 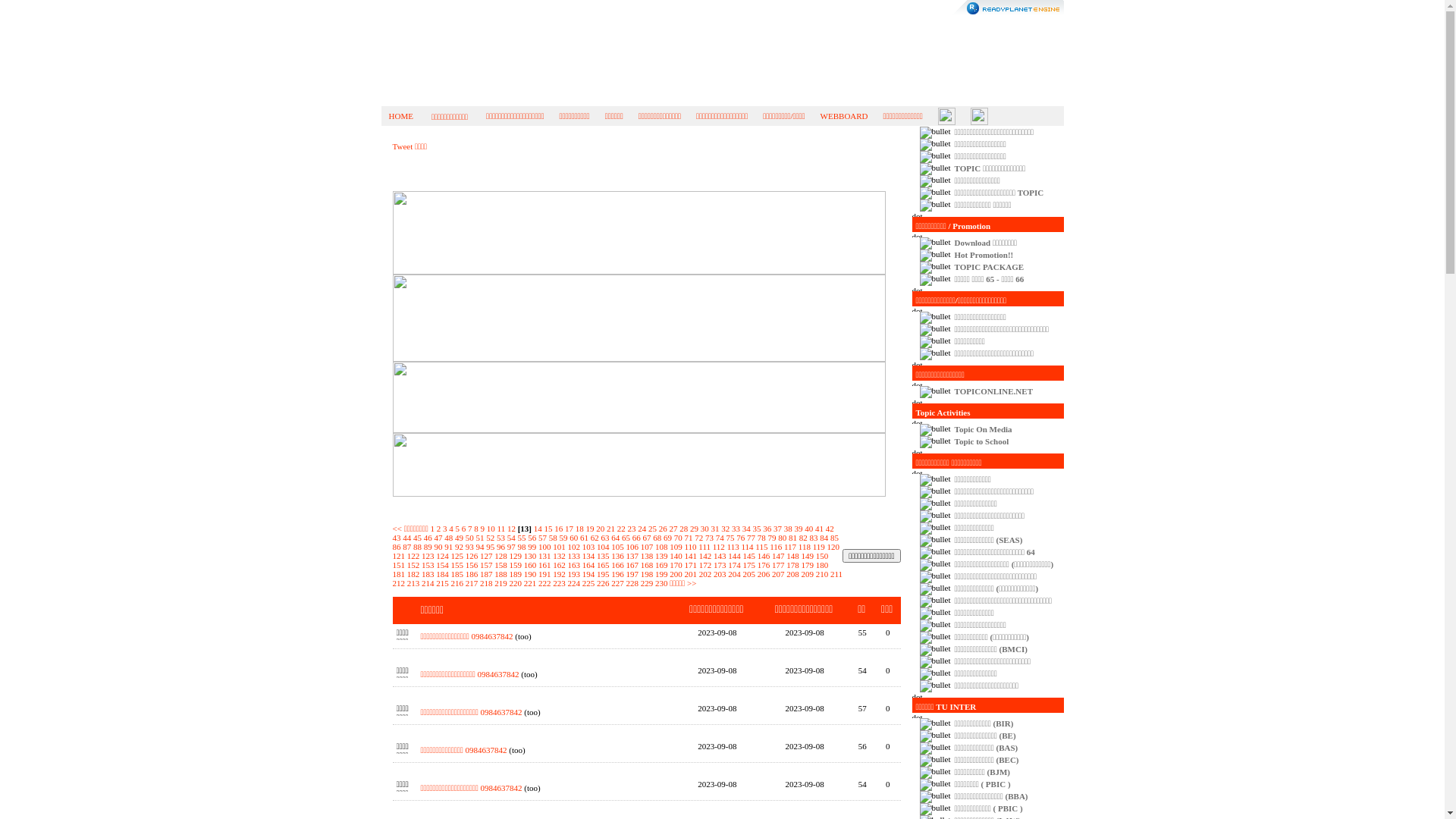 I want to click on '70', so click(x=677, y=537).